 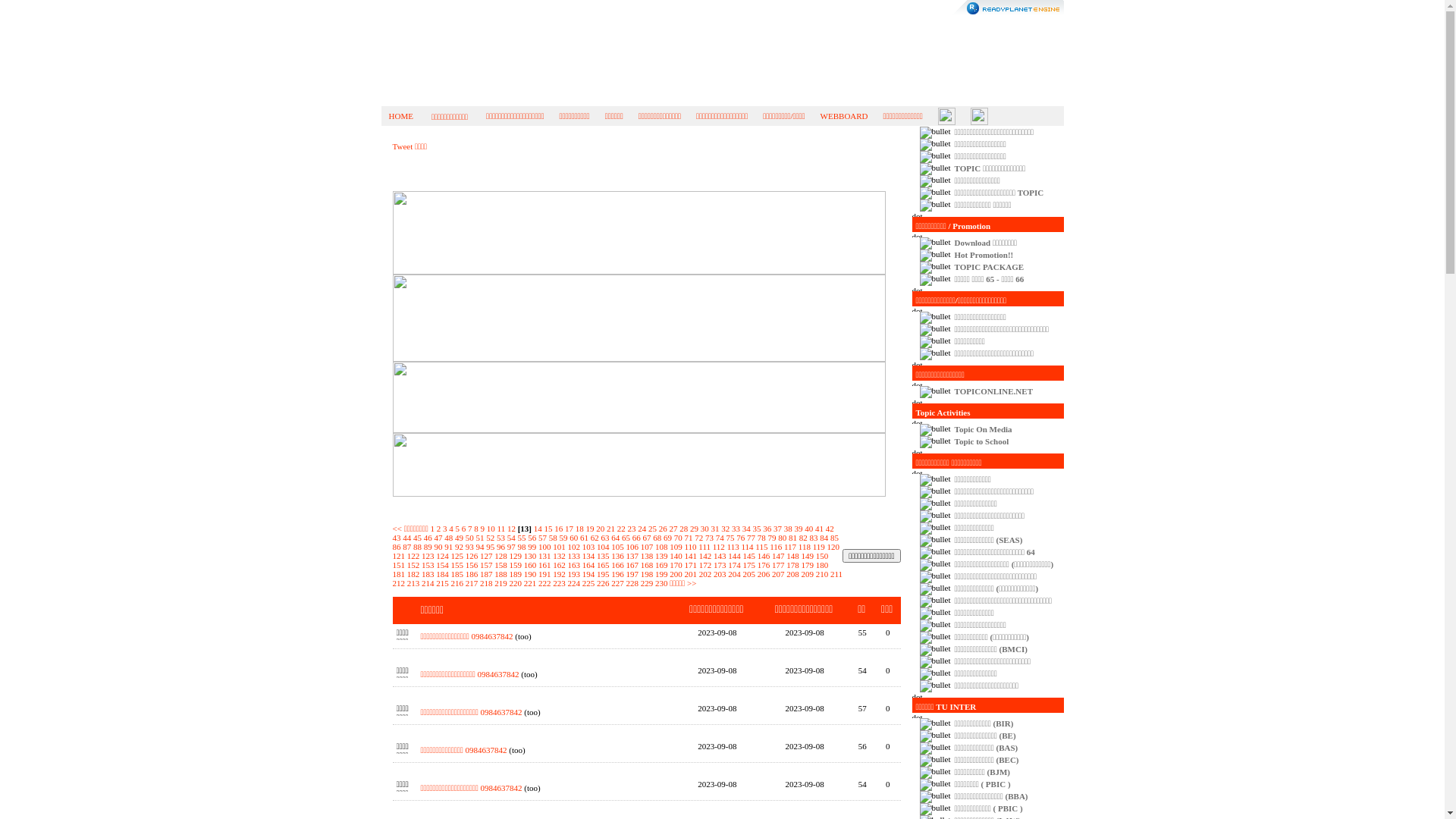 I want to click on '70', so click(x=677, y=537).